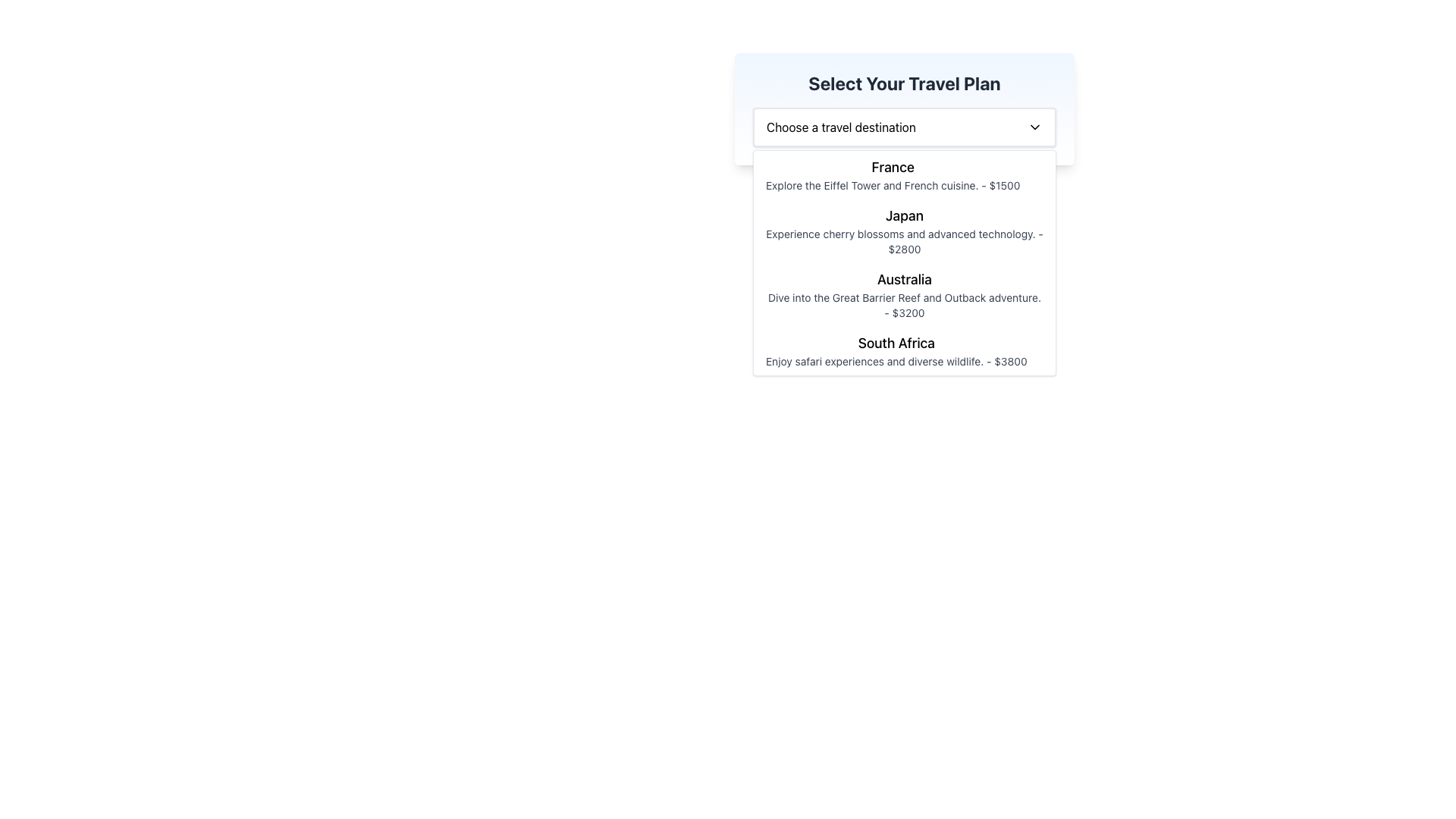 This screenshot has height=819, width=1456. I want to click on the downward-pointing arrow icon located to the right of the 'Choose a travel destination' dropdown button, so click(1034, 127).